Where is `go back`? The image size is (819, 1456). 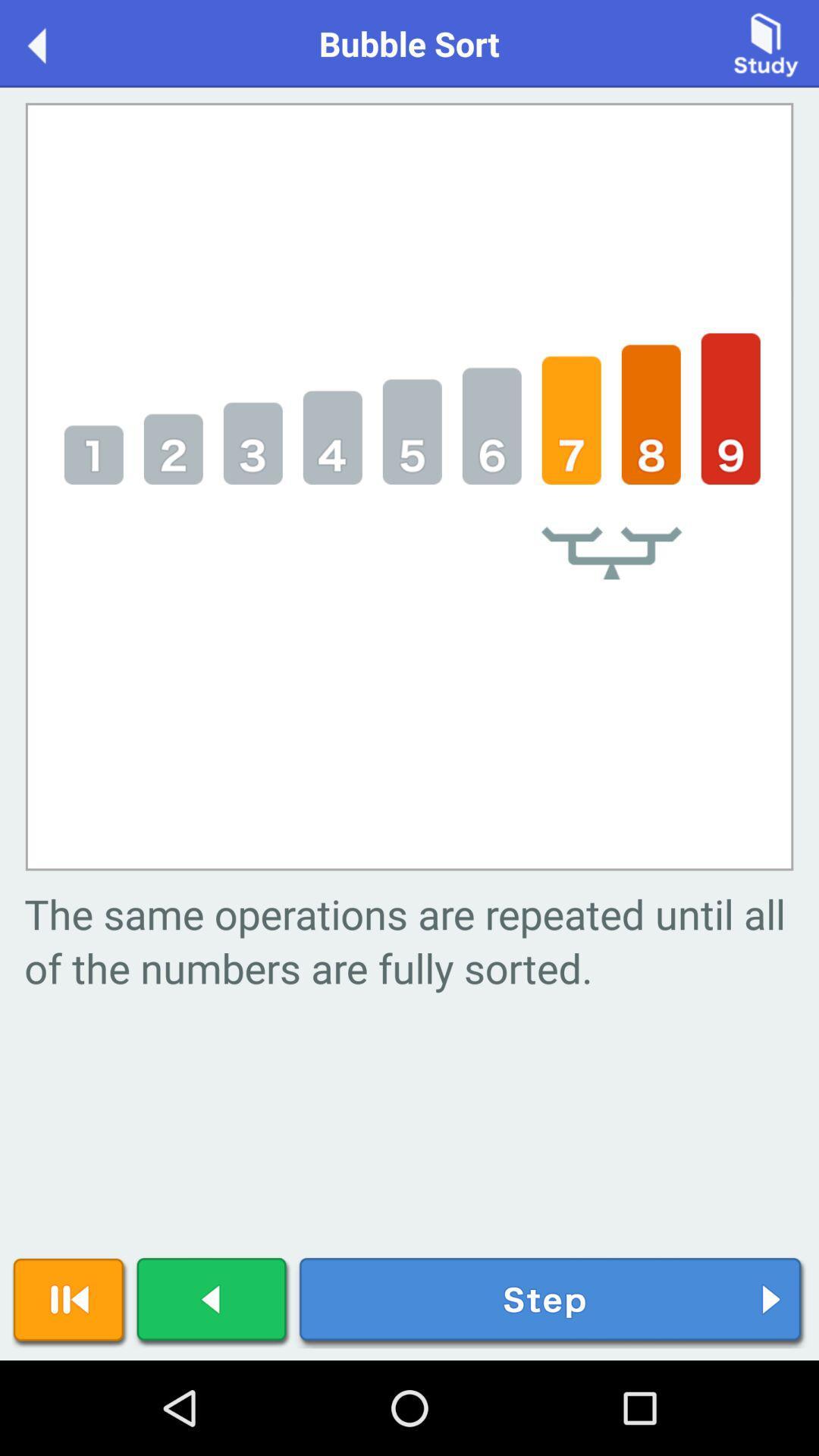 go back is located at coordinates (213, 1301).